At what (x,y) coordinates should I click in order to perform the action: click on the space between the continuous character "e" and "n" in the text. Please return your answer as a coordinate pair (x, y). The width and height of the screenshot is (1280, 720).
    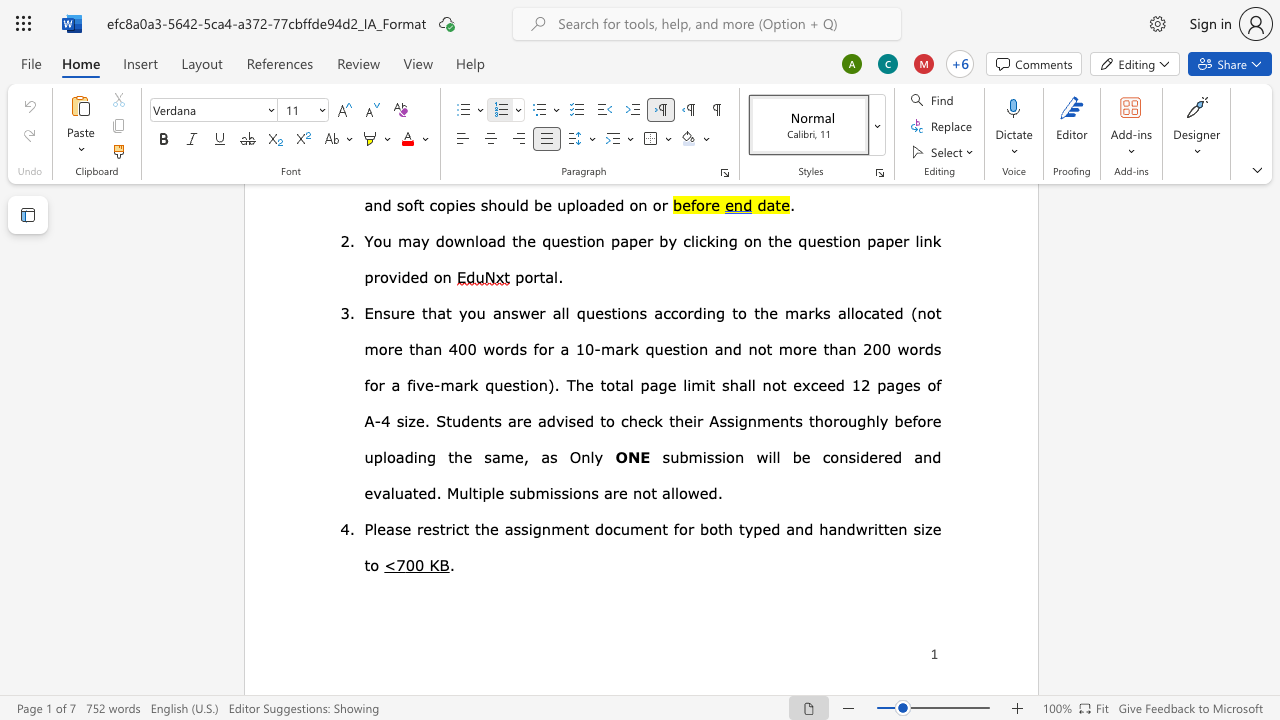
    Looking at the image, I should click on (897, 527).